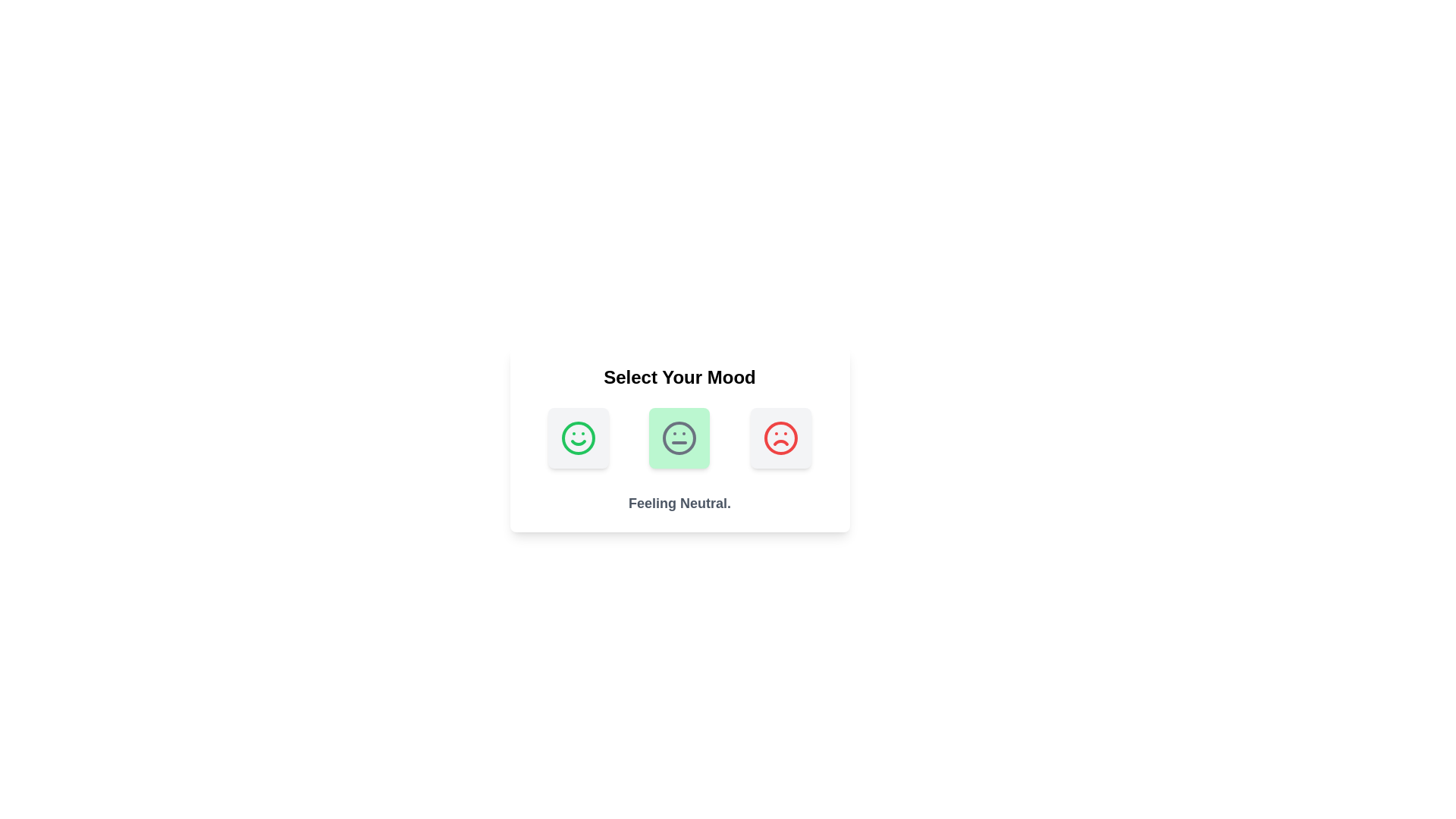 This screenshot has width=1456, height=819. What do you see at coordinates (679, 438) in the screenshot?
I see `the middle button with a neutral face icon, which is light green and located under the heading 'Select Your Mood.'` at bounding box center [679, 438].